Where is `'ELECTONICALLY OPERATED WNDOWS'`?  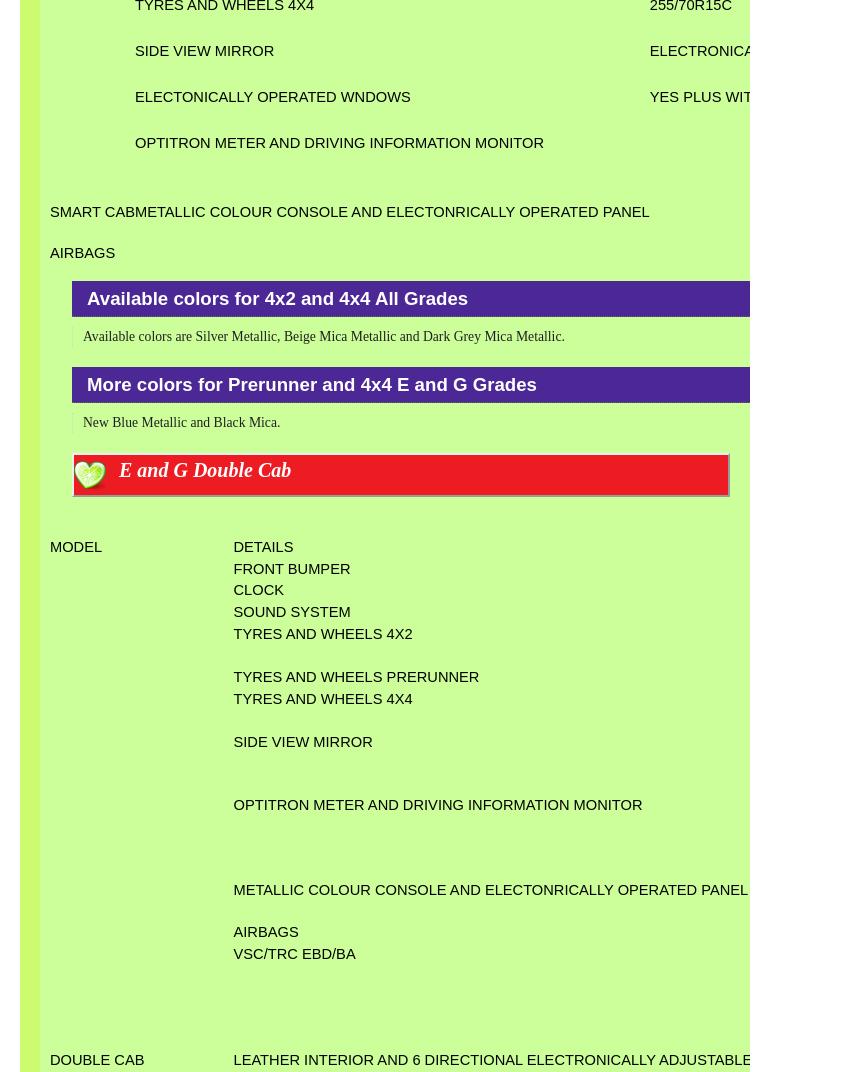 'ELECTONICALLY OPERATED WNDOWS' is located at coordinates (272, 97).